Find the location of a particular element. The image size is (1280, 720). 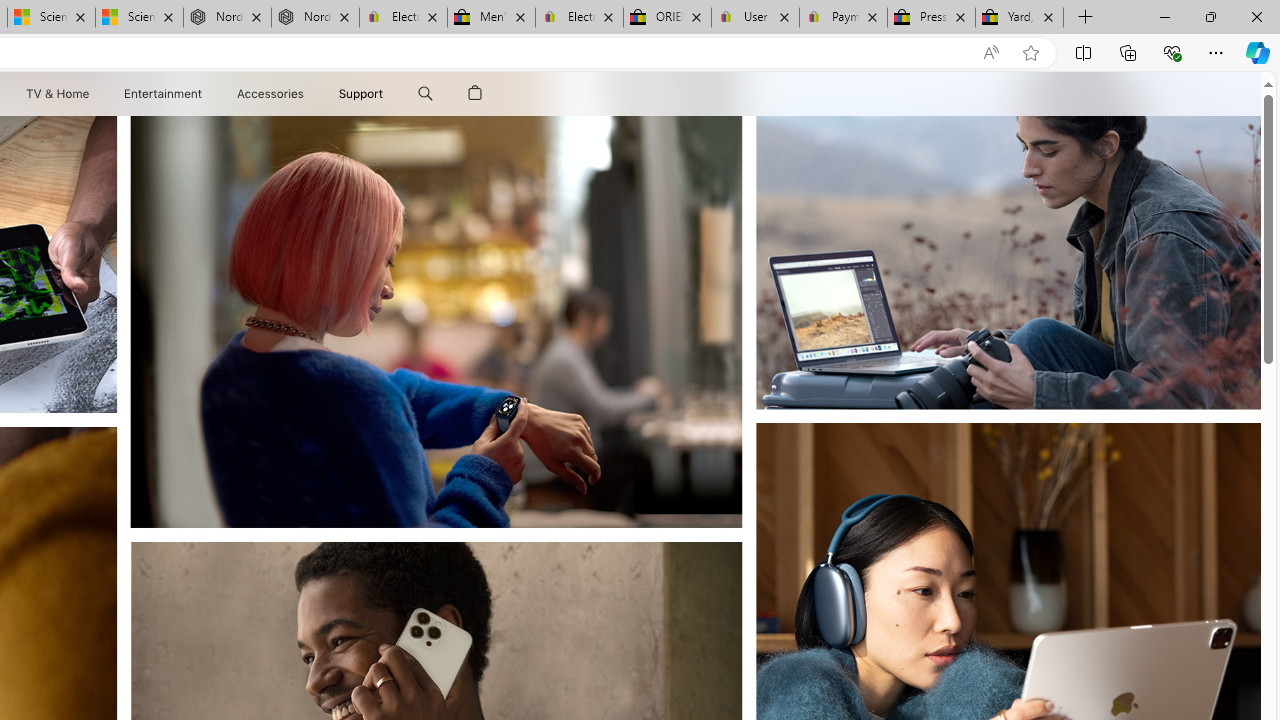

'Support' is located at coordinates (361, 93).